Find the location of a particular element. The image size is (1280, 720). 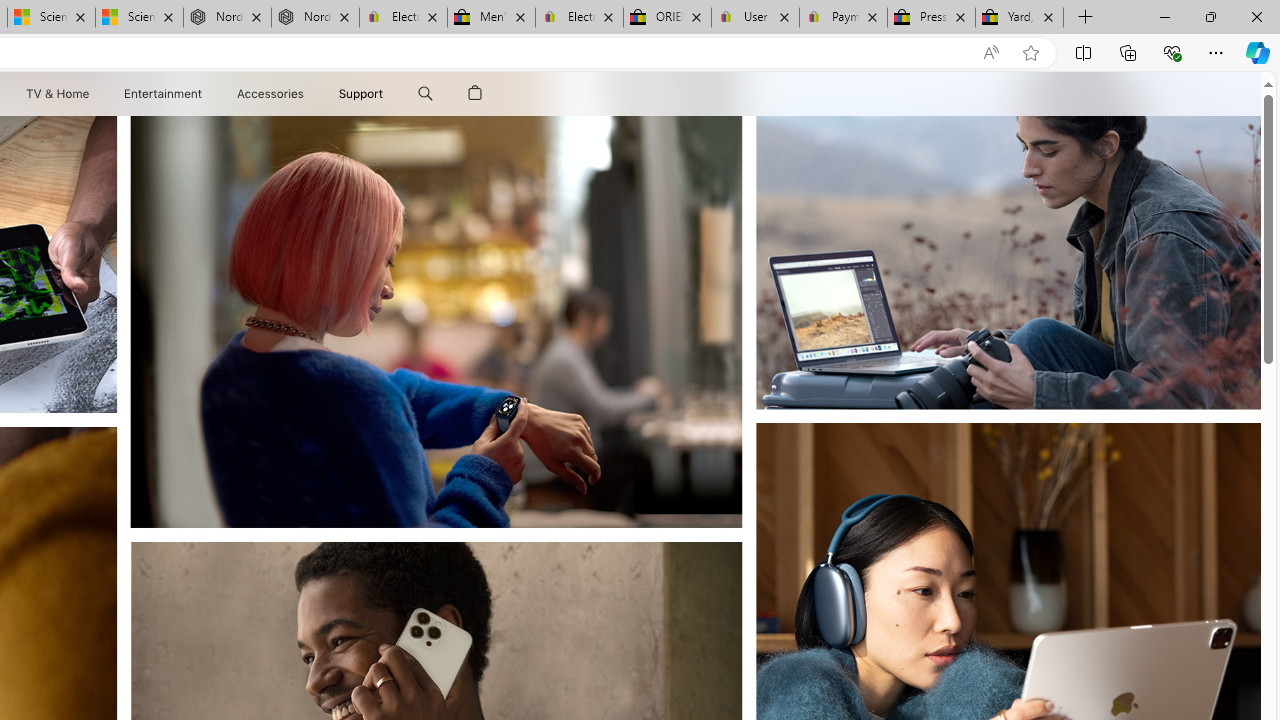

'Support' is located at coordinates (361, 93).